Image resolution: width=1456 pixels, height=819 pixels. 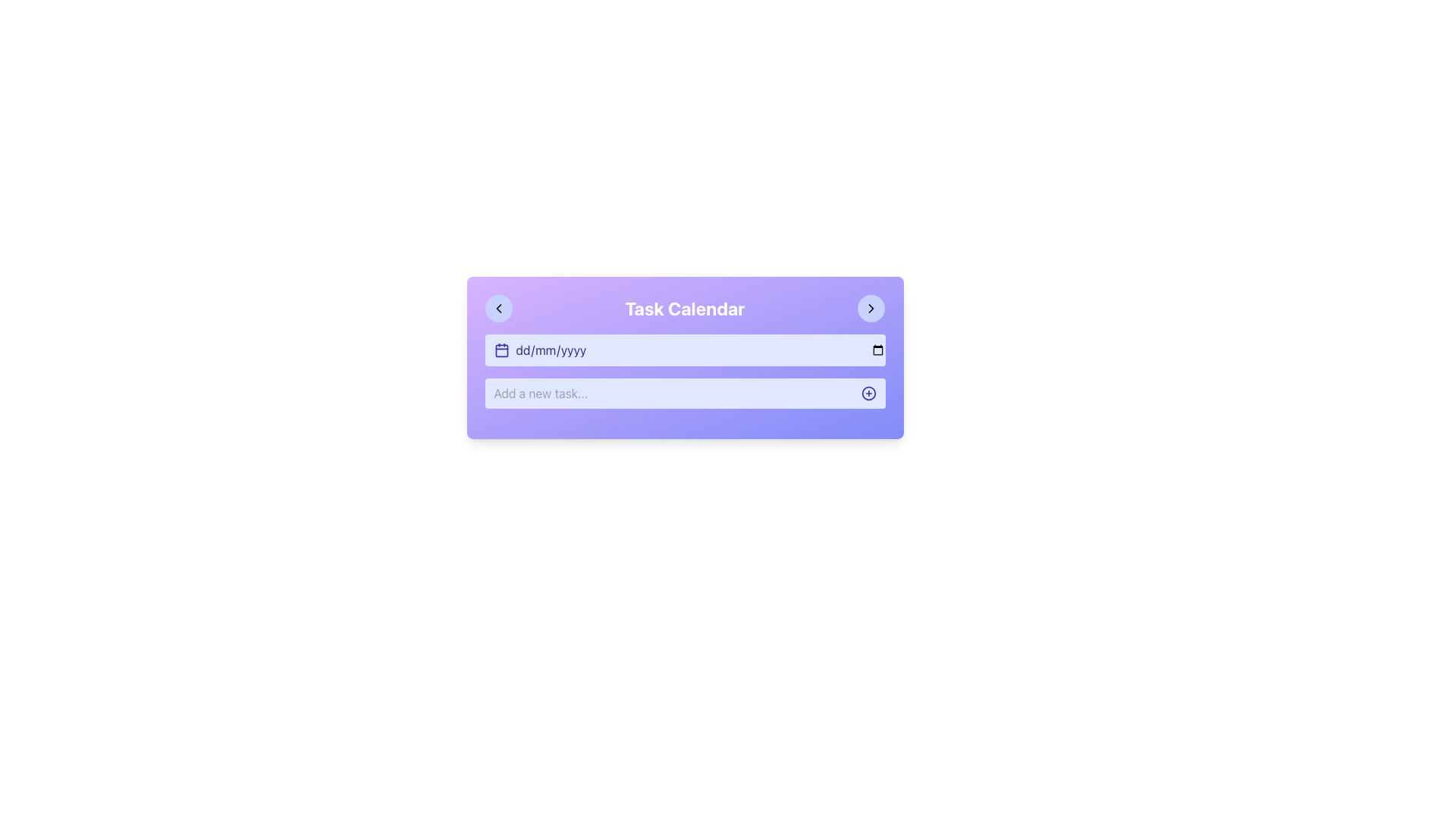 I want to click on the Chevron Icon located at the top-right corner of the task scheduling panel, so click(x=871, y=308).